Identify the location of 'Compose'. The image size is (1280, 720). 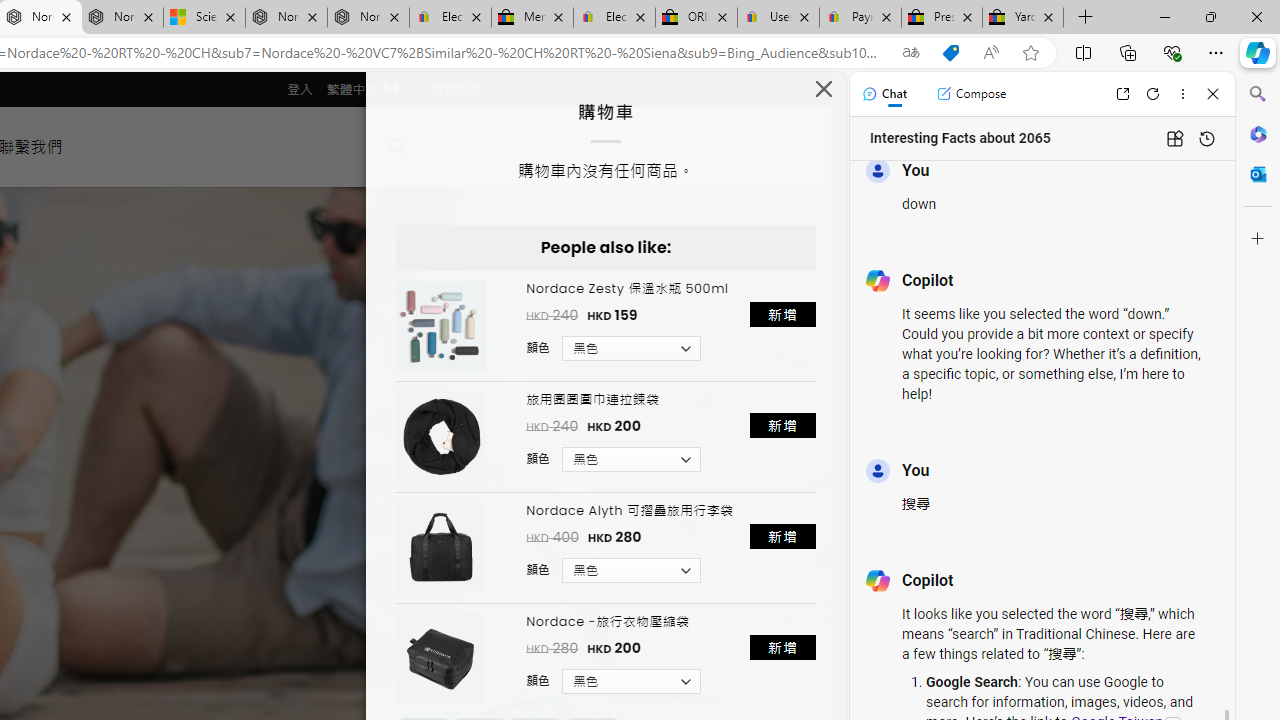
(971, 93).